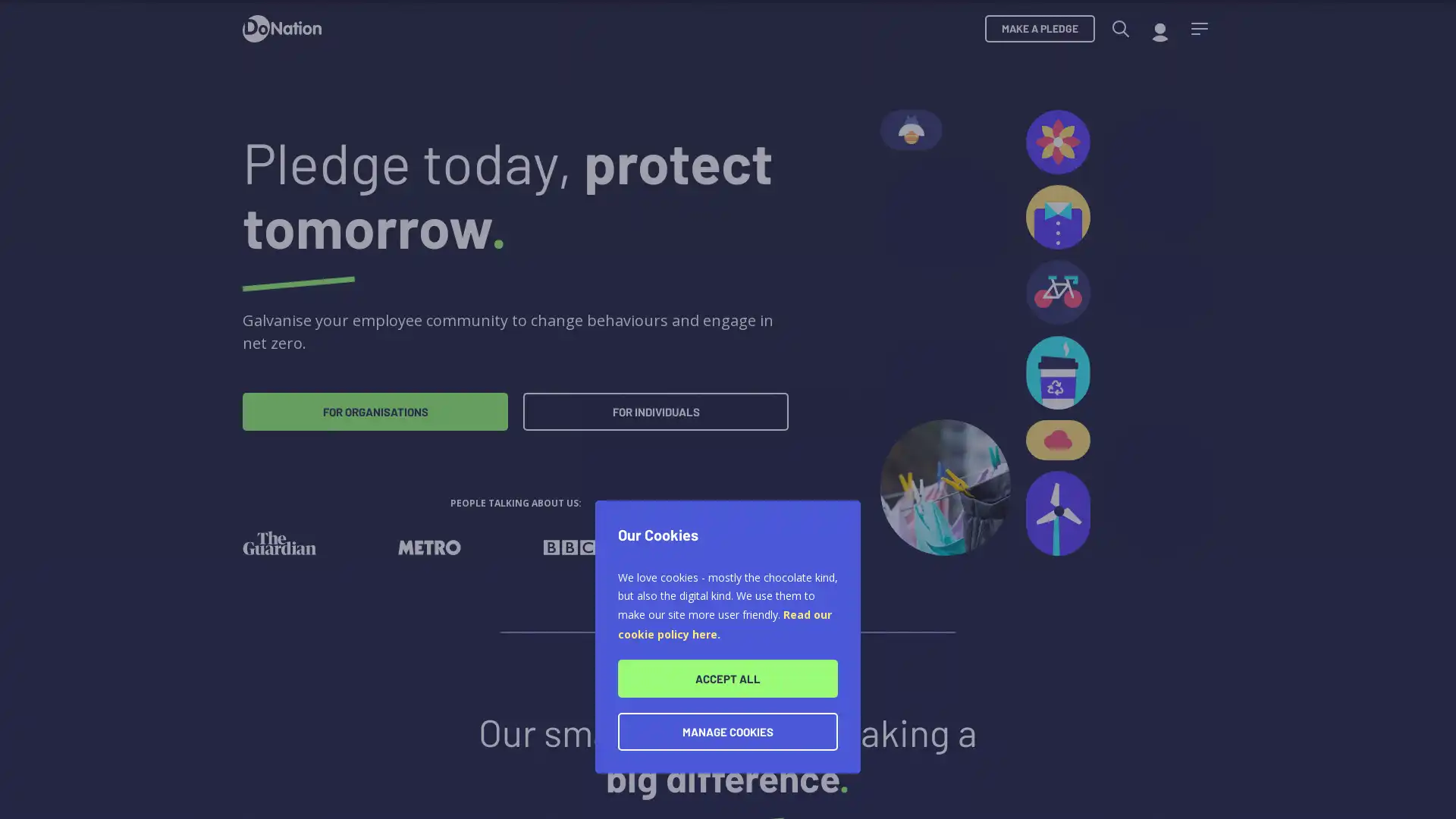 The height and width of the screenshot is (819, 1456). What do you see at coordinates (655, 412) in the screenshot?
I see `FOR INDIVIDUALS` at bounding box center [655, 412].